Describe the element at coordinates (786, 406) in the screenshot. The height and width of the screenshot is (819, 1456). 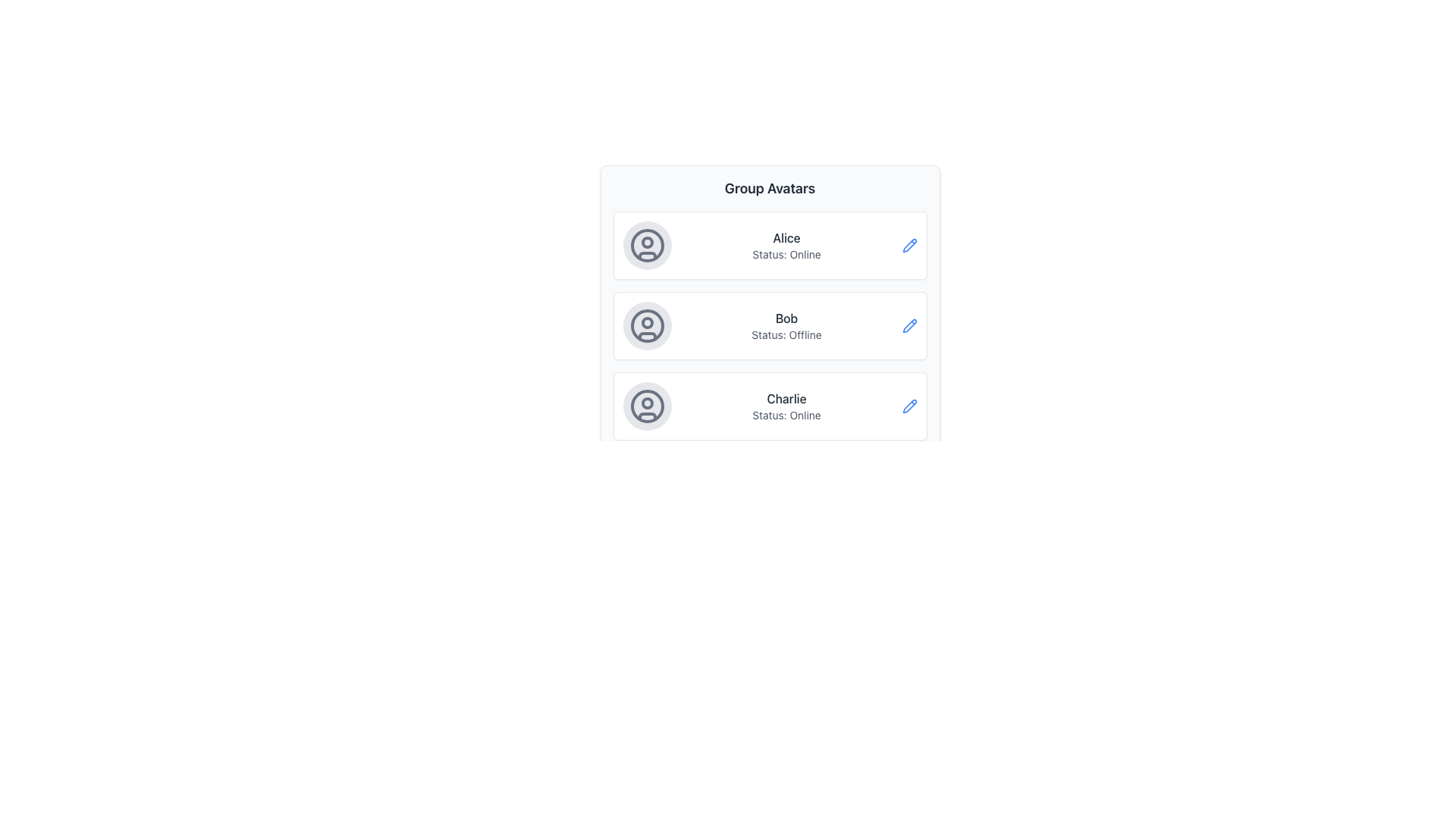
I see `text information displayed in the text block containing 'Charlie' and 'Status: Online', located to the right of the user avatar icon in the third item of the list` at that location.